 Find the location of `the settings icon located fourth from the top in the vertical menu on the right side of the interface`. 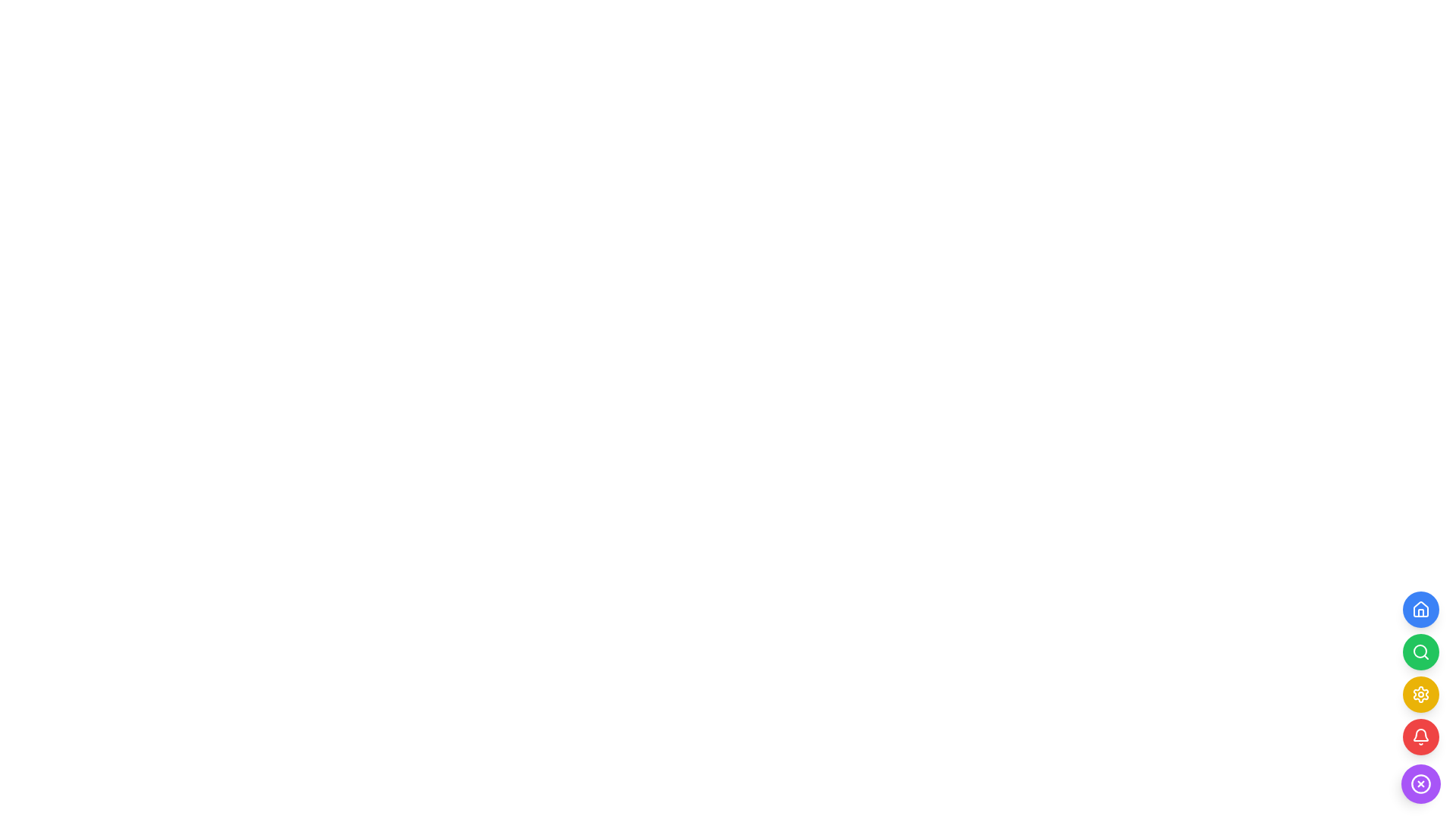

the settings icon located fourth from the top in the vertical menu on the right side of the interface is located at coordinates (1420, 694).